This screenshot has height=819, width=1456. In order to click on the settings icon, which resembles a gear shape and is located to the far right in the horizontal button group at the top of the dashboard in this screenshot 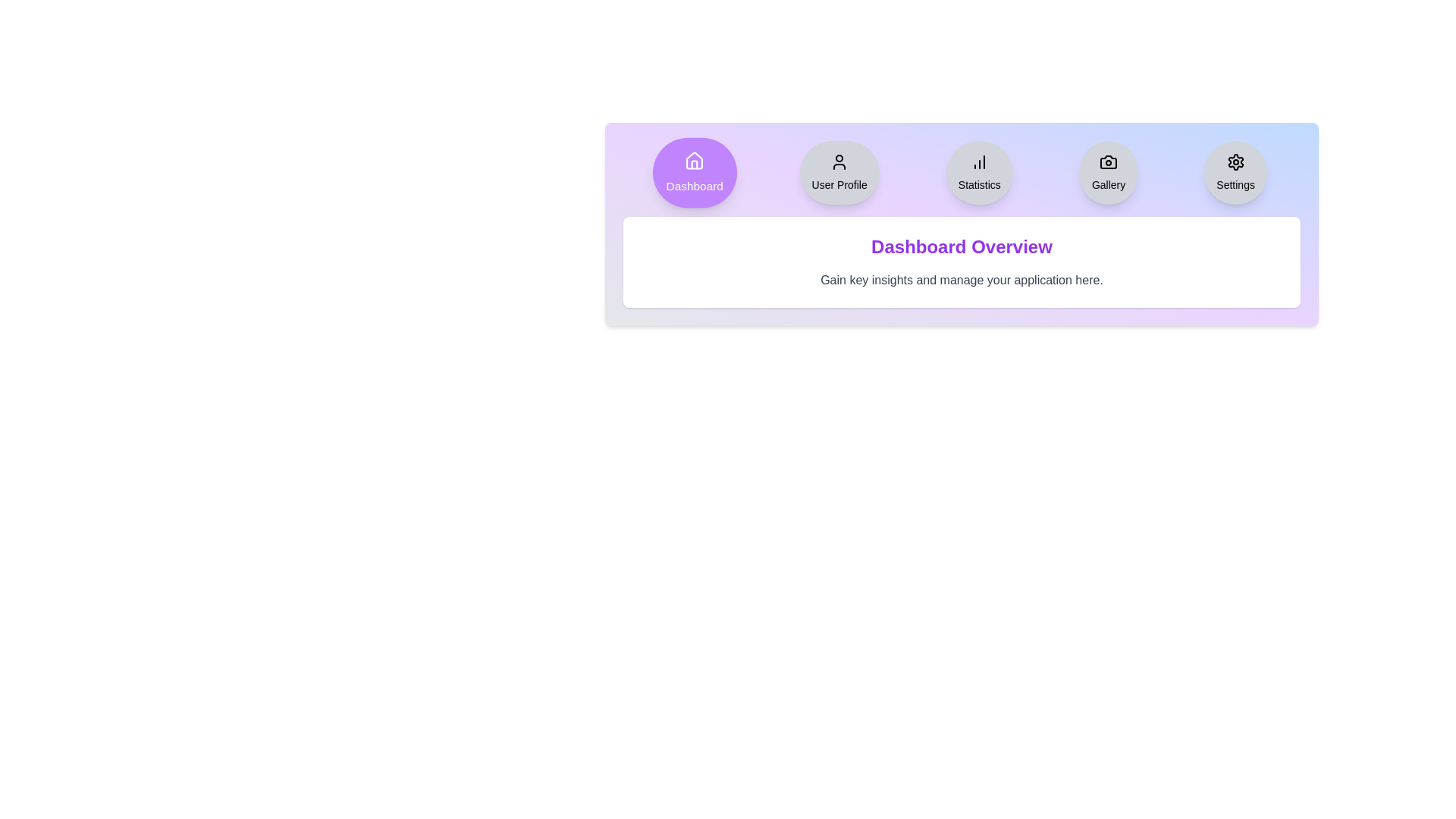, I will do `click(1235, 162)`.